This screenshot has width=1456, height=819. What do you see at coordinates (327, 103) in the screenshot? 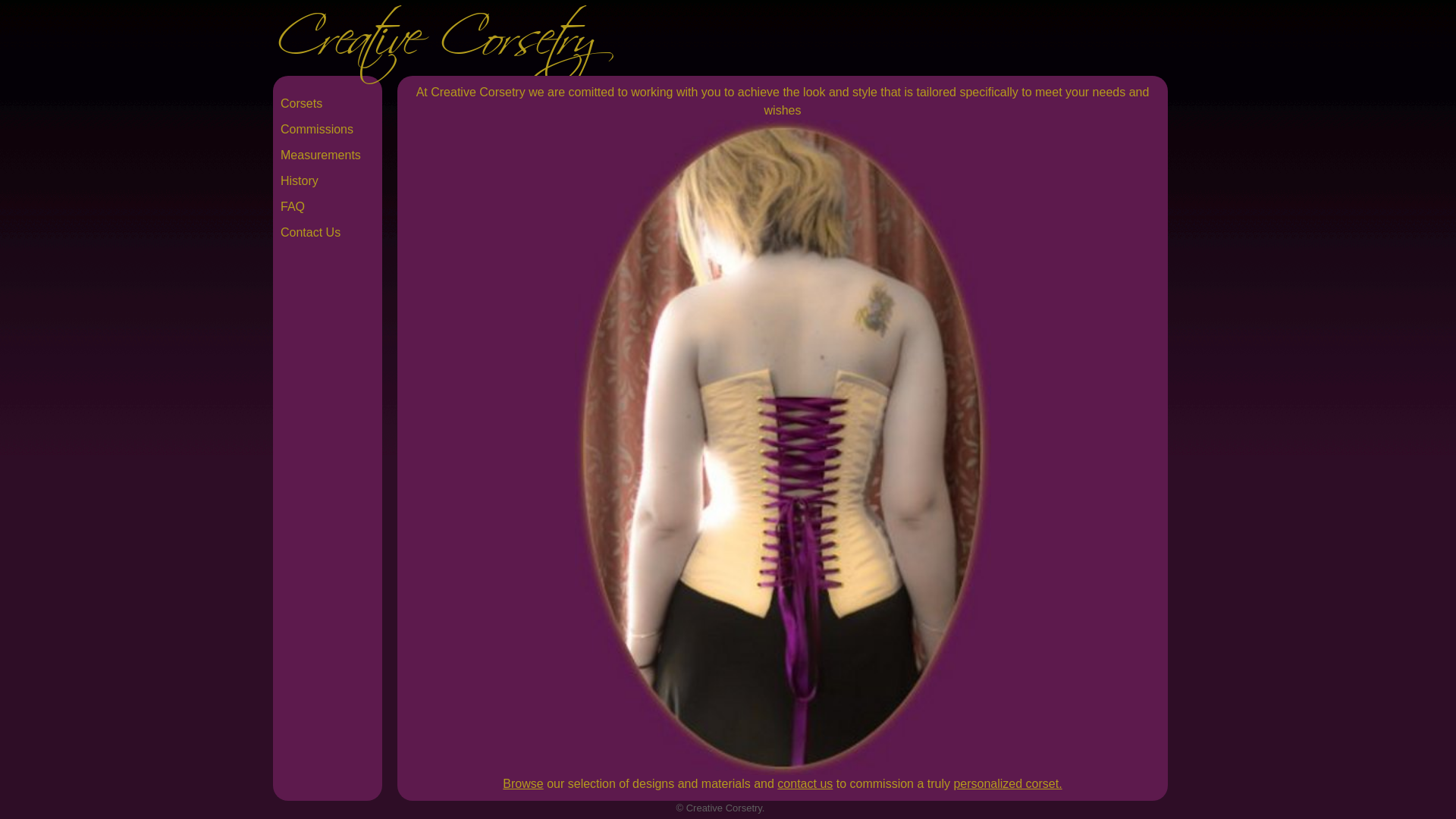
I see `'Corsets'` at bounding box center [327, 103].